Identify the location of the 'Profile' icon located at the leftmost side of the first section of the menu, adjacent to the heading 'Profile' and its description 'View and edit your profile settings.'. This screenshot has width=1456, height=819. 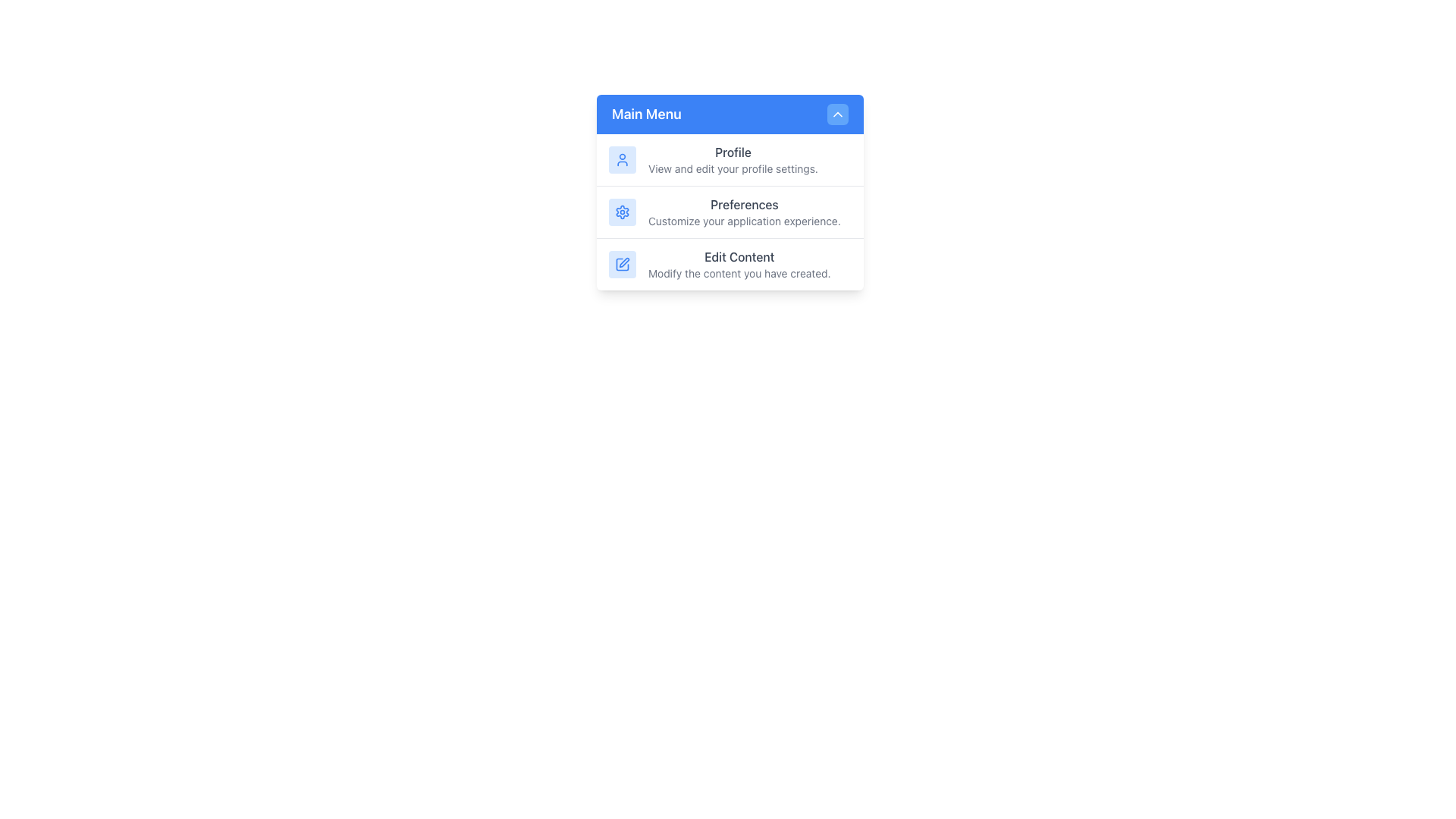
(622, 160).